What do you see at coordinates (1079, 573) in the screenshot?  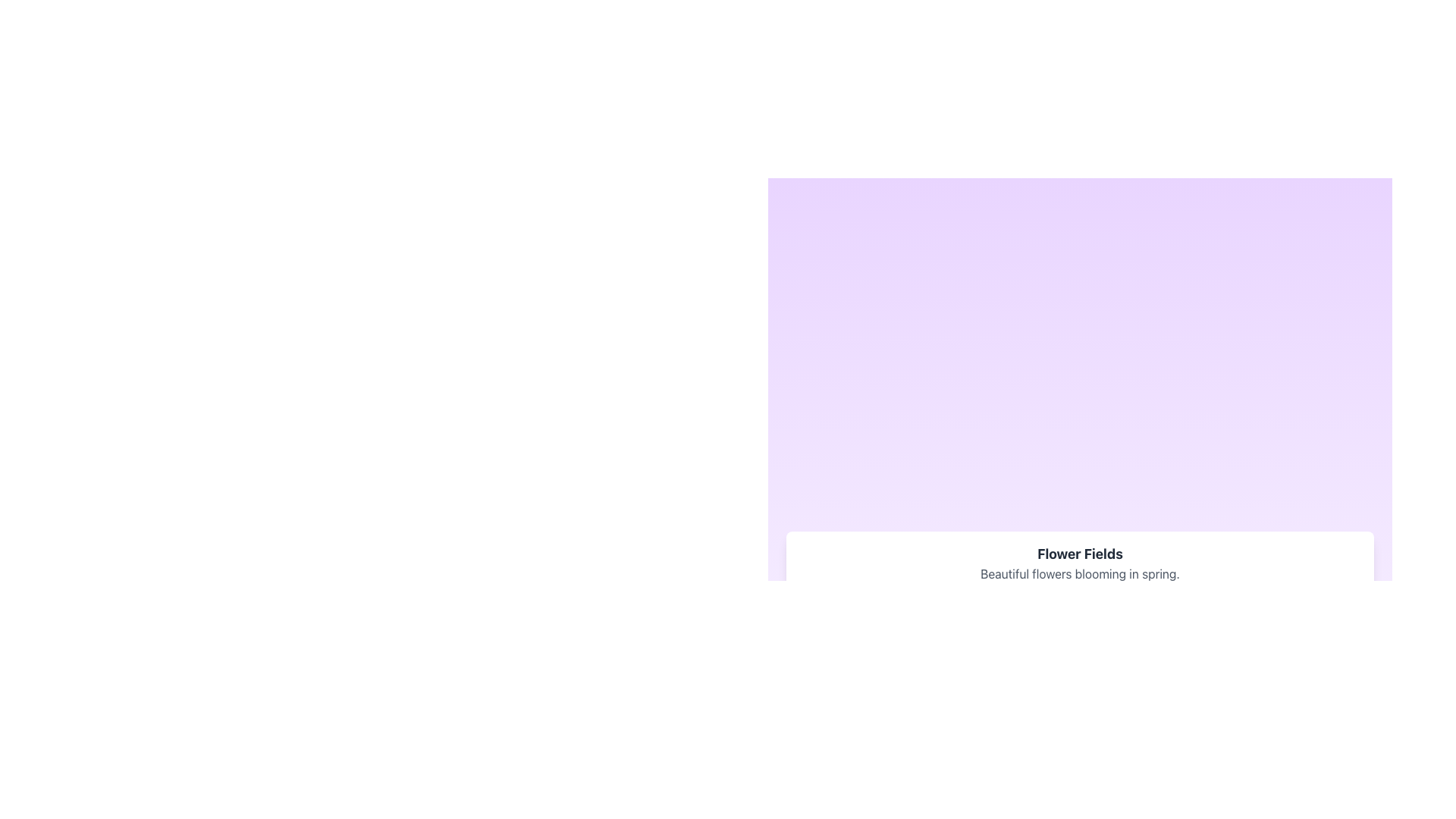 I see `the text block that reads 'Beautiful flowers blooming in spring.' which is positioned below the heading 'Flower Fields.'` at bounding box center [1079, 573].